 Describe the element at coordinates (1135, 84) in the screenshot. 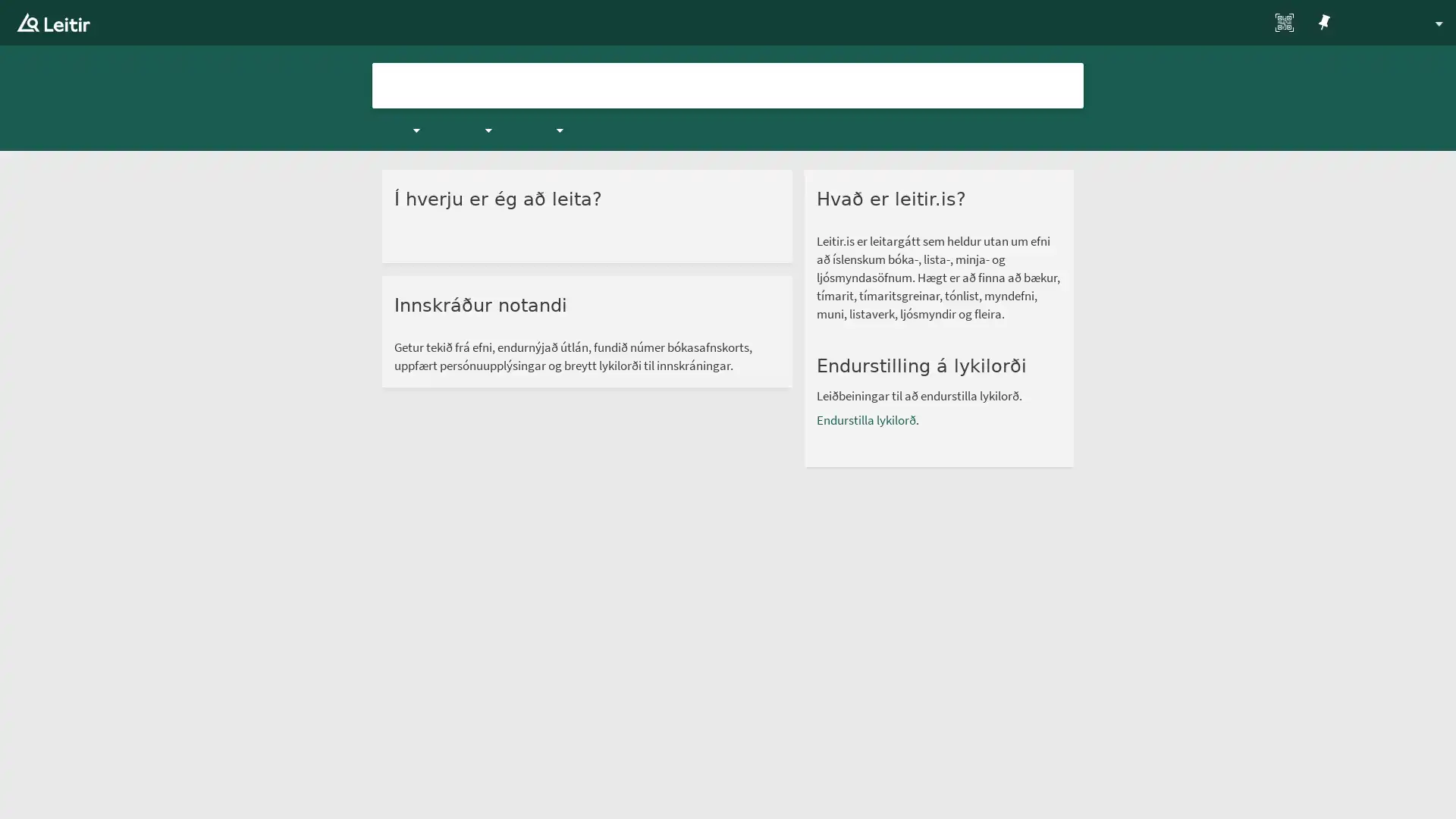

I see `Itarleg leit` at that location.